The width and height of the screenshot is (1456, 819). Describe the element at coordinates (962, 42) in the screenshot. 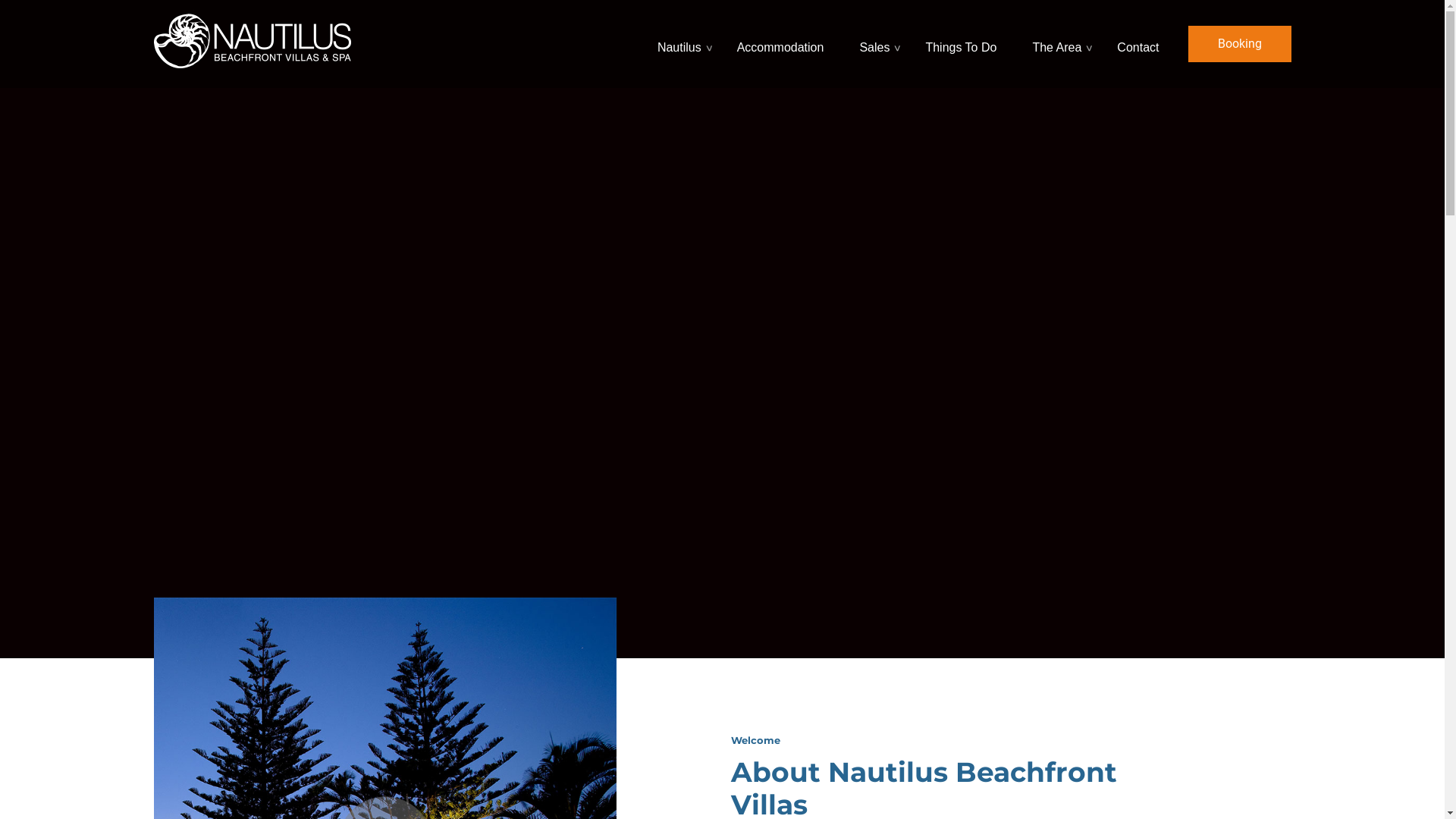

I see `'Things To Do'` at that location.